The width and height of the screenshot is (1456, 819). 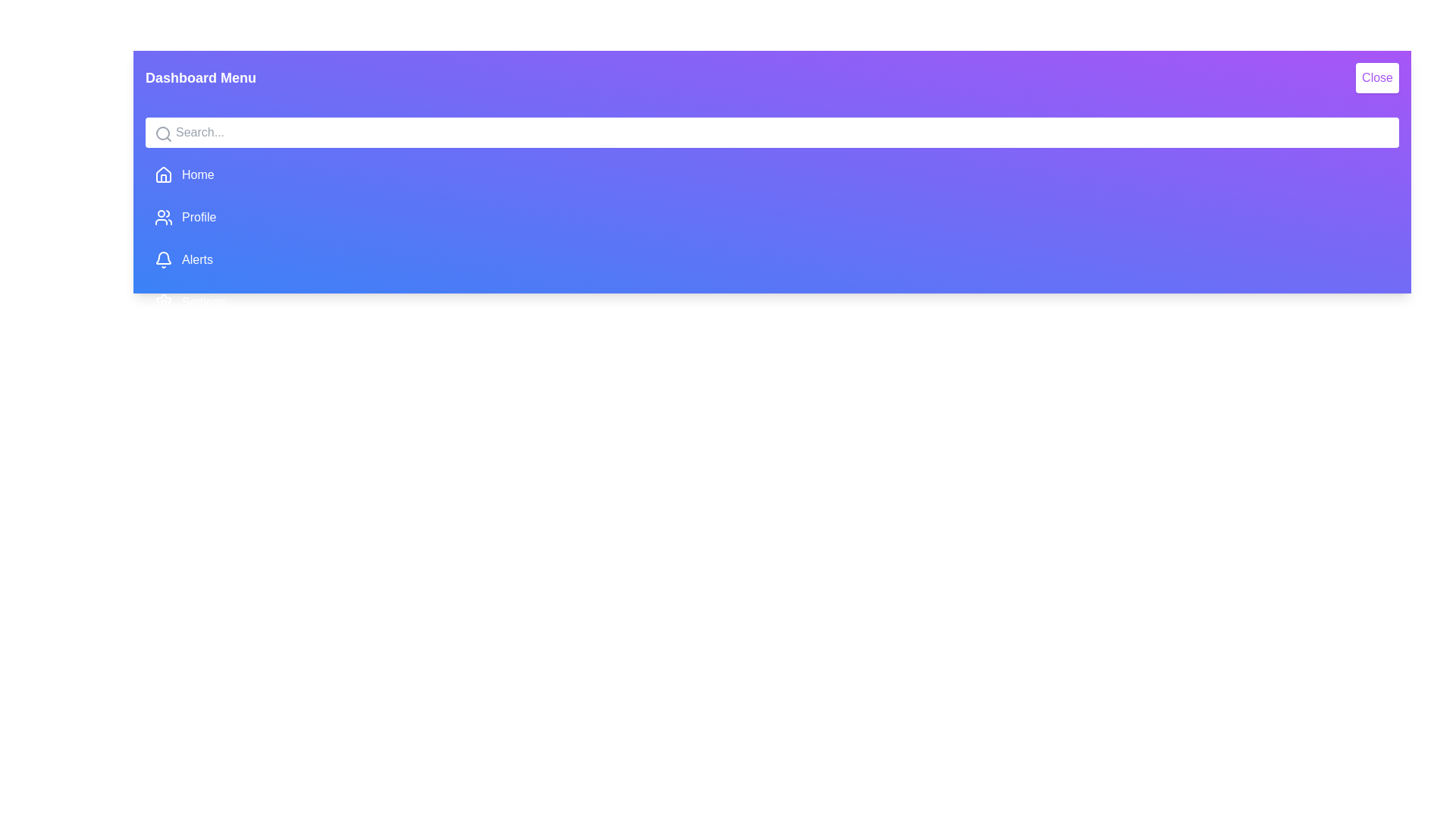 I want to click on the search icon located to the far left inside the search bar in the upper region of the sidebar, adjacent to the placeholder text 'Search...', so click(x=164, y=133).